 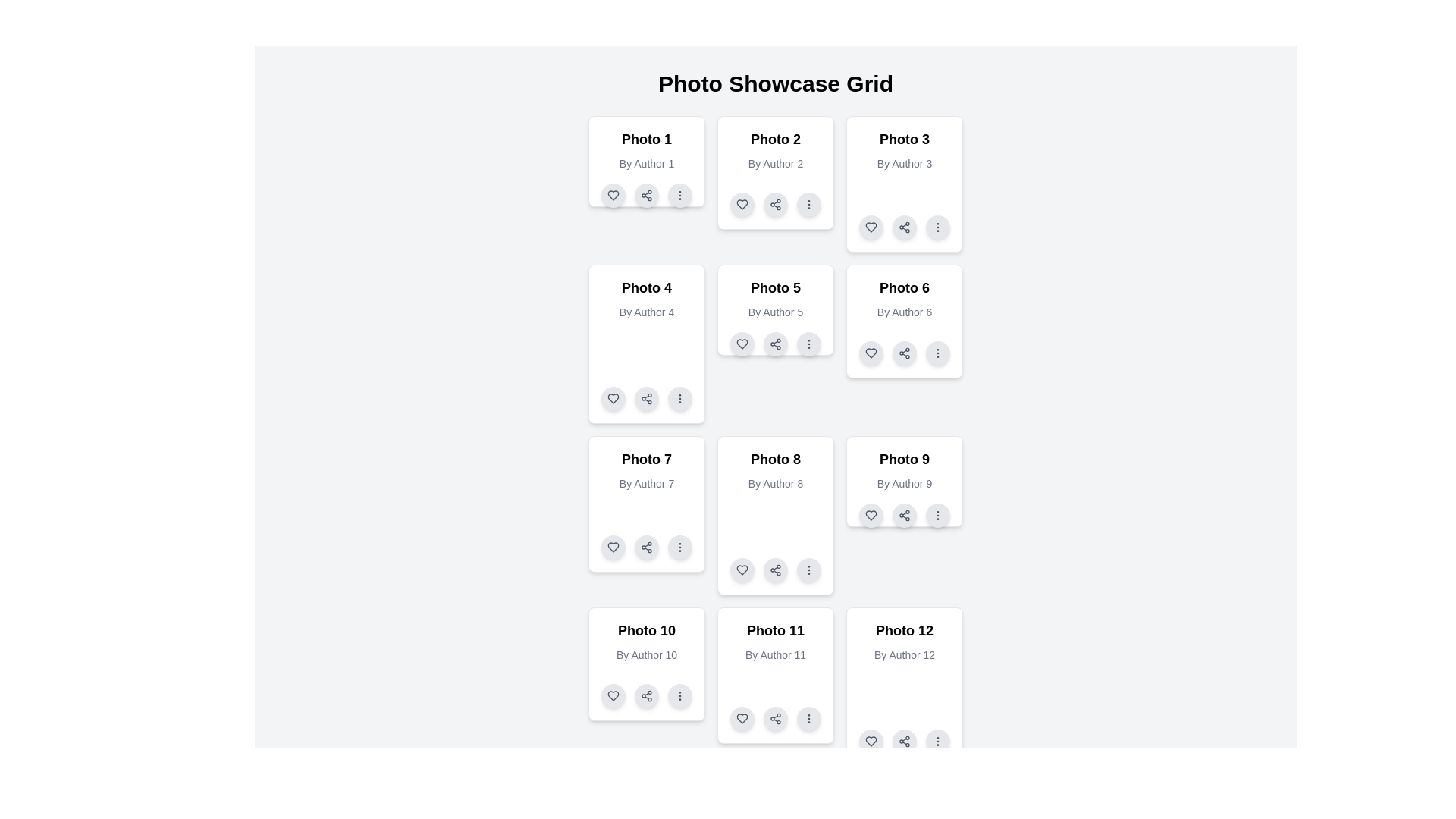 I want to click on the share button located at the bottom of the 'Photo 10' card, which is the second button in a row of three buttons, so click(x=647, y=696).